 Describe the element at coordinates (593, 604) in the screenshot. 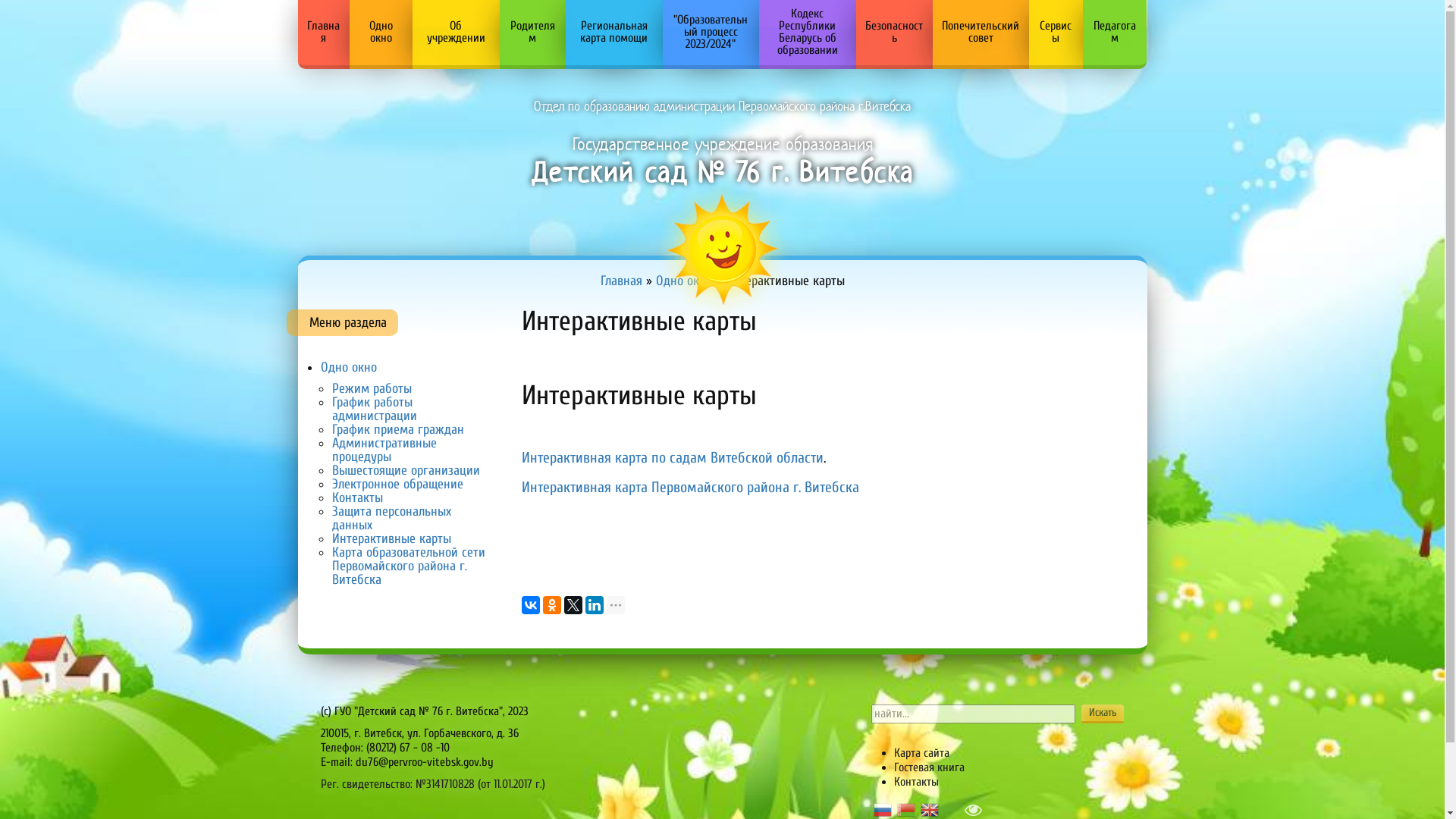

I see `'LinkedIn'` at that location.